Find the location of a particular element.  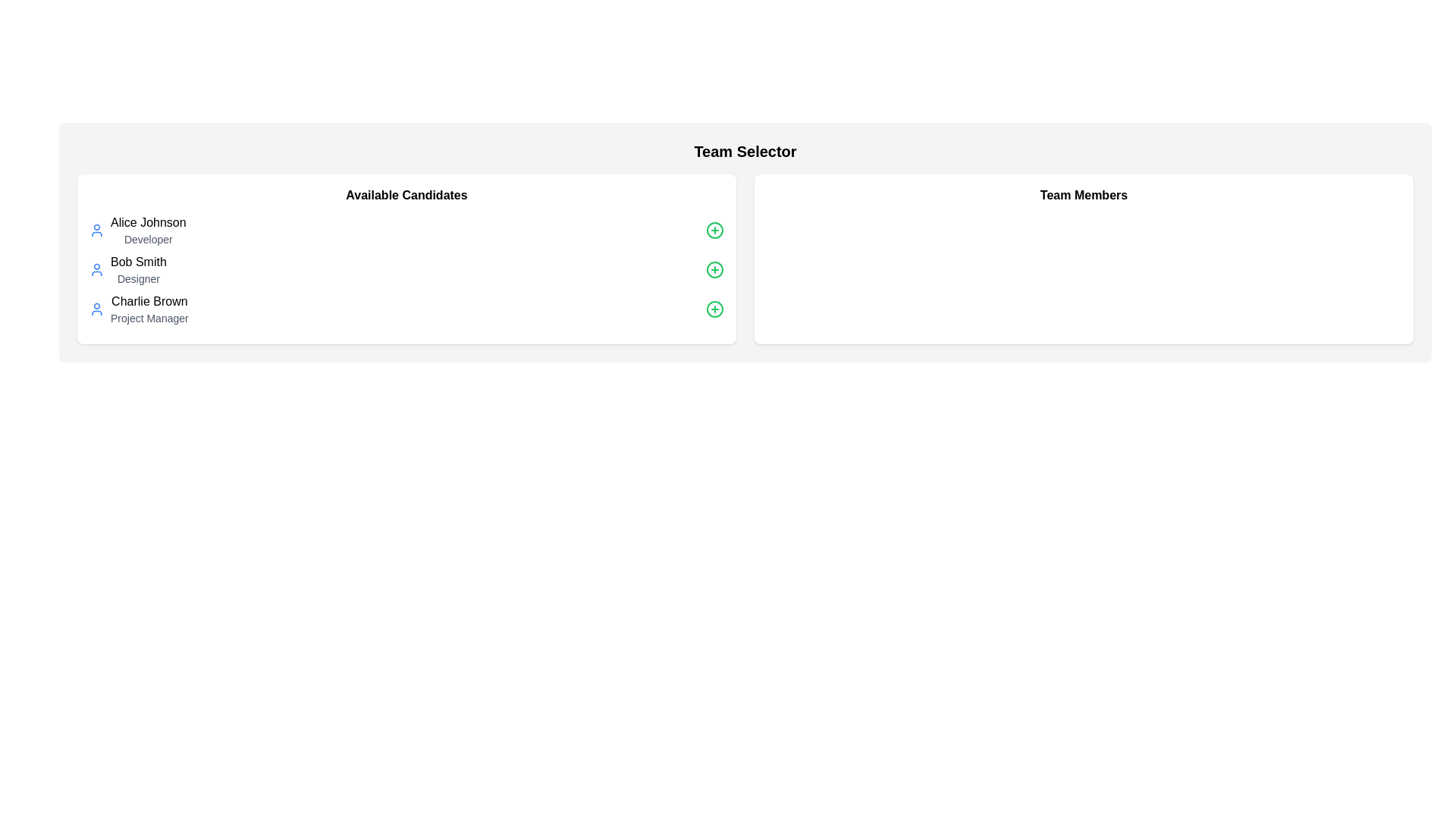

the top candidate entry in the 'Available Candidates' column, which displays their name and role in the team management interface is located at coordinates (148, 231).